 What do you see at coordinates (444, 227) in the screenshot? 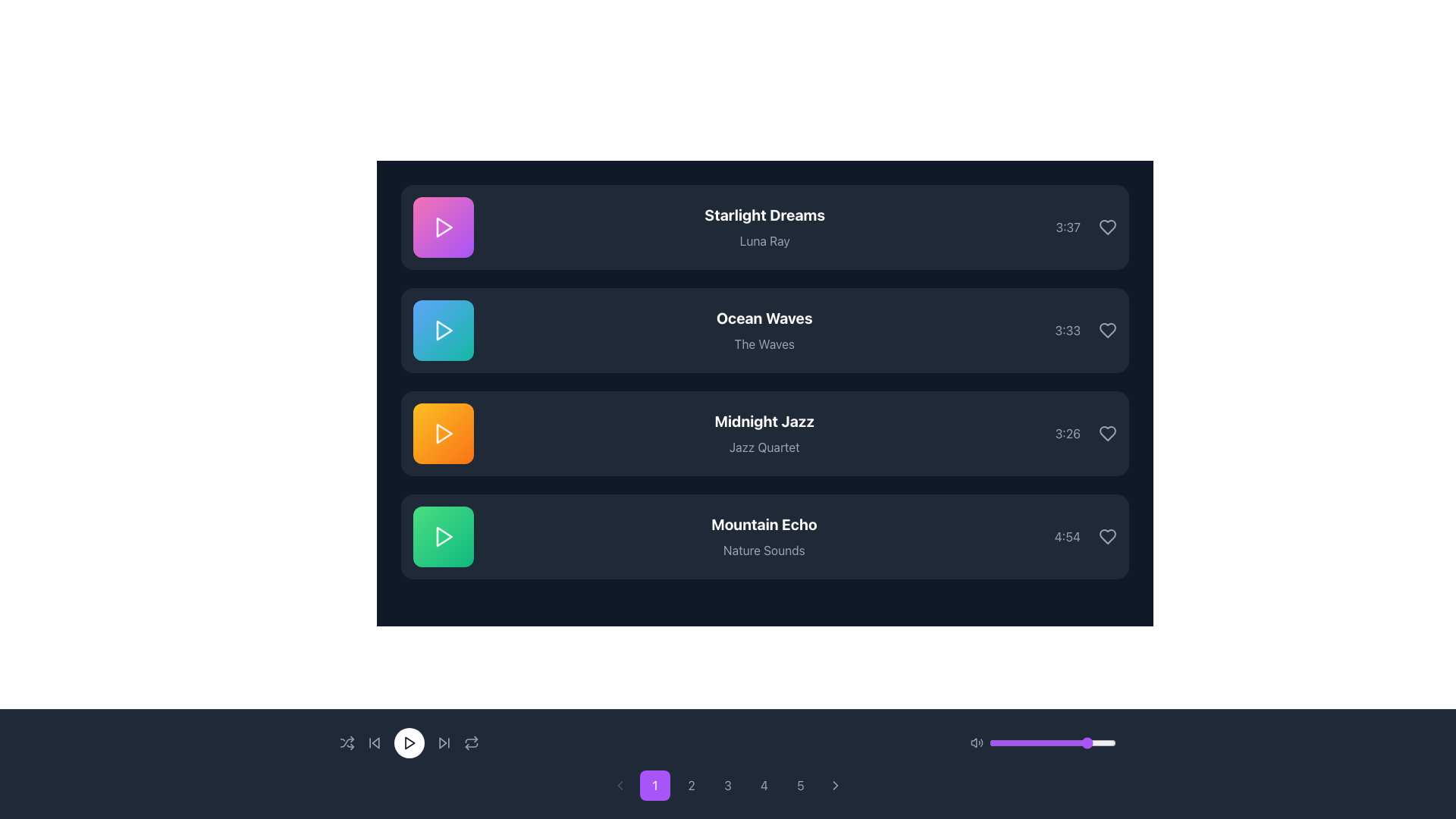
I see `the solid white triangle play icon located within the purple square at the top-left corner of the first audio item` at bounding box center [444, 227].